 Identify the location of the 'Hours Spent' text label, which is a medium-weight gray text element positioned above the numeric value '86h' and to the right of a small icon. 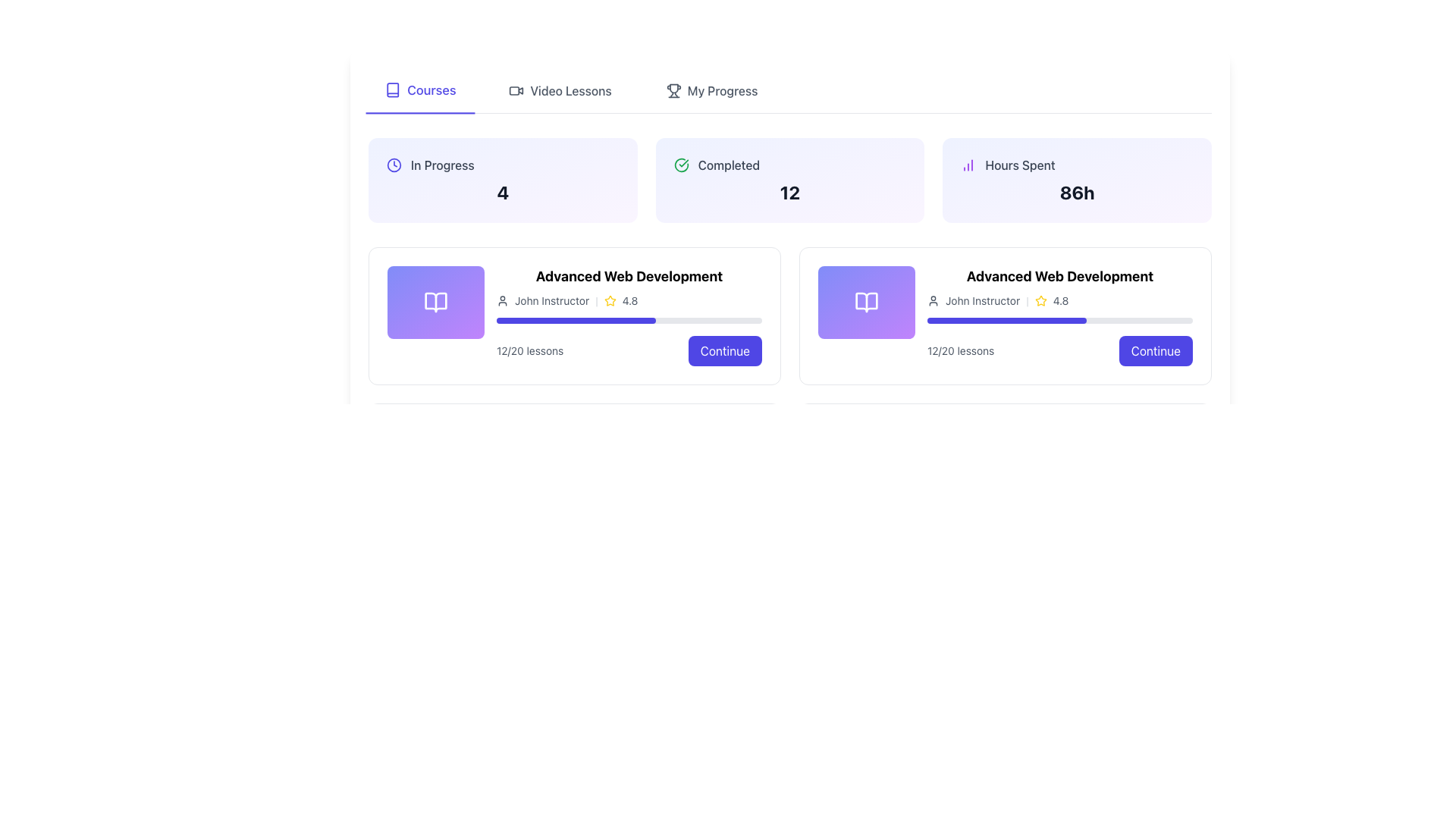
(1020, 165).